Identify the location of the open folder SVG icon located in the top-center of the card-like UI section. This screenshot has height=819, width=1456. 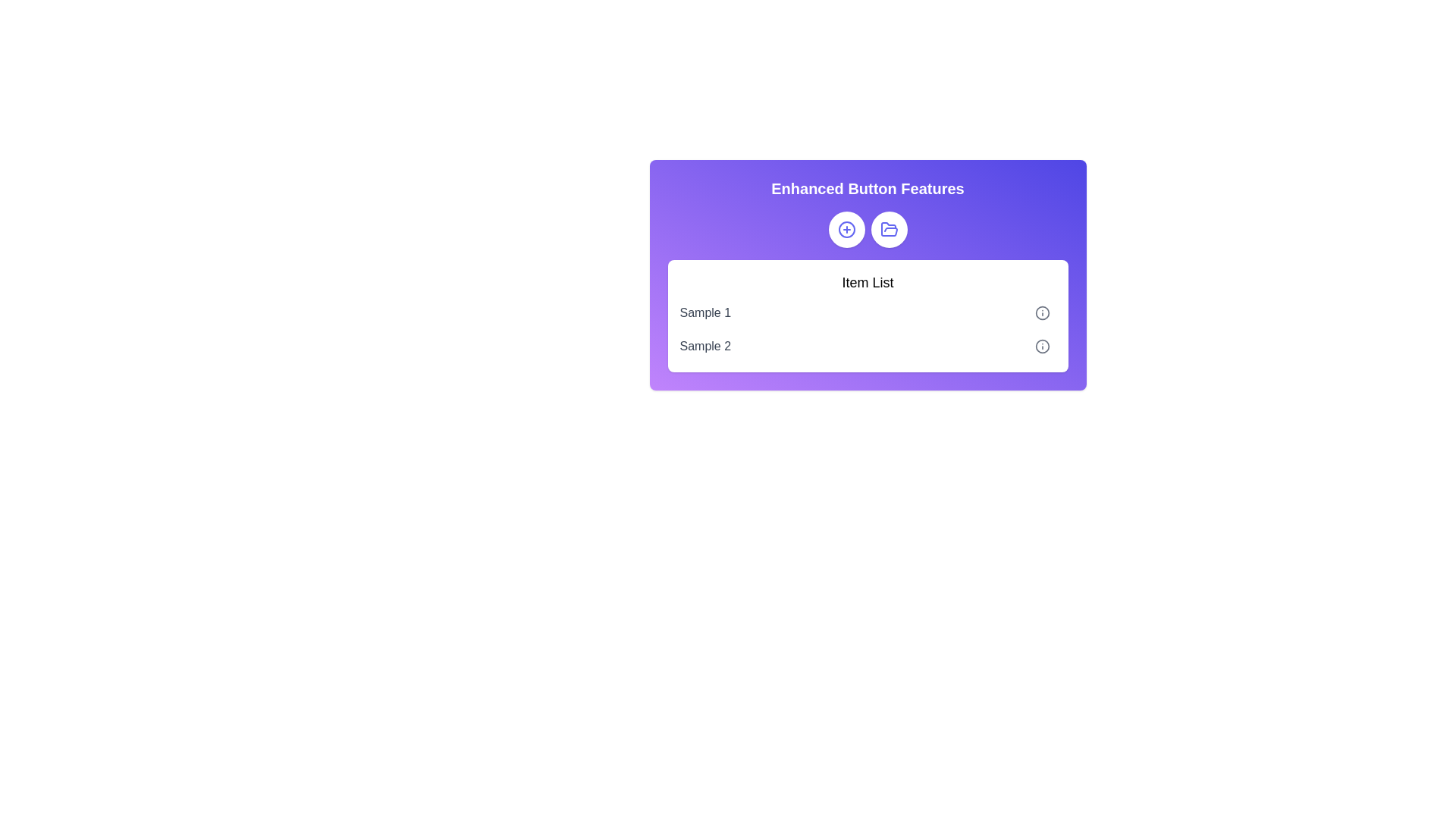
(889, 229).